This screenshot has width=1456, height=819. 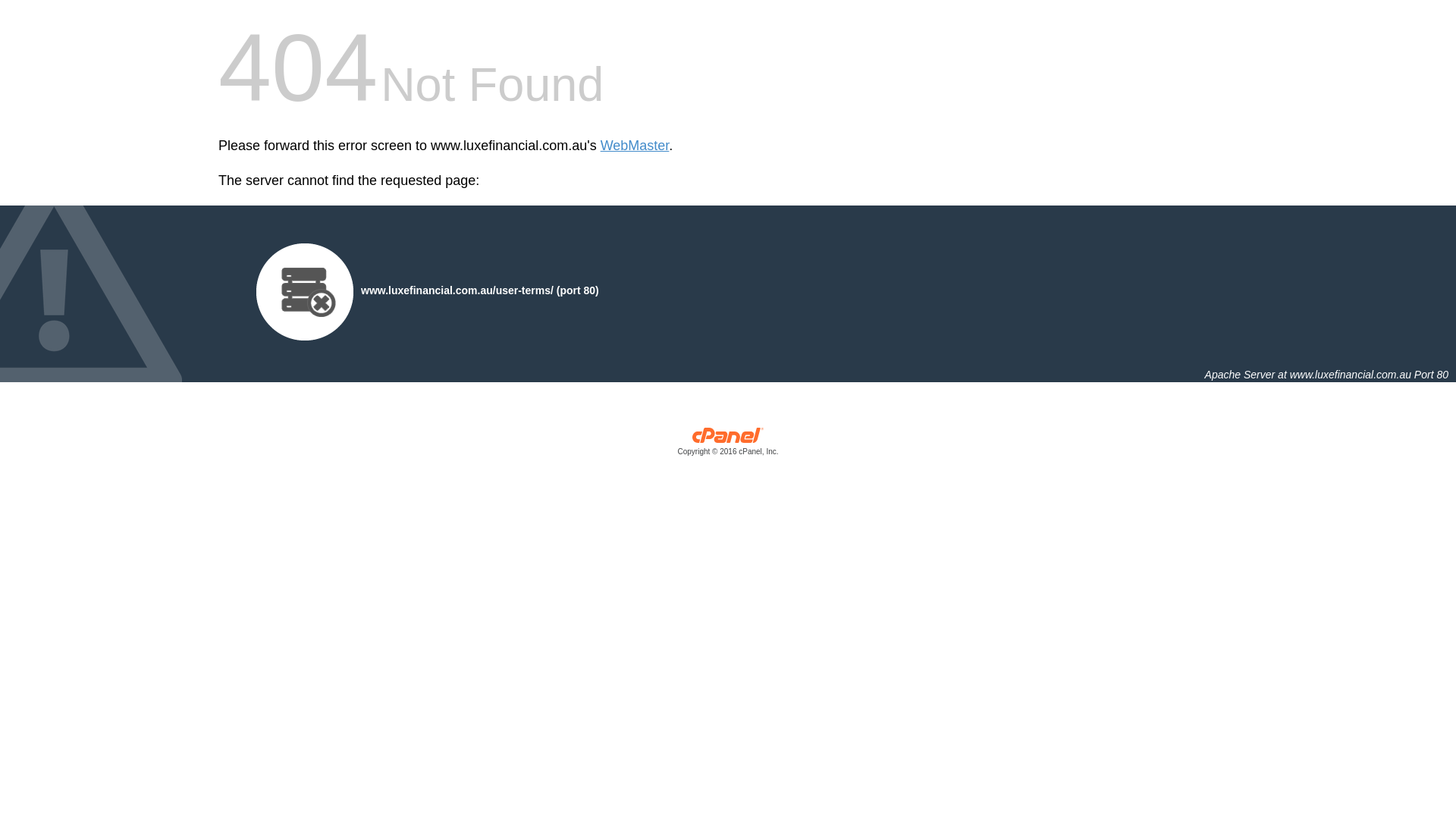 I want to click on 'WebMaster', so click(x=635, y=146).